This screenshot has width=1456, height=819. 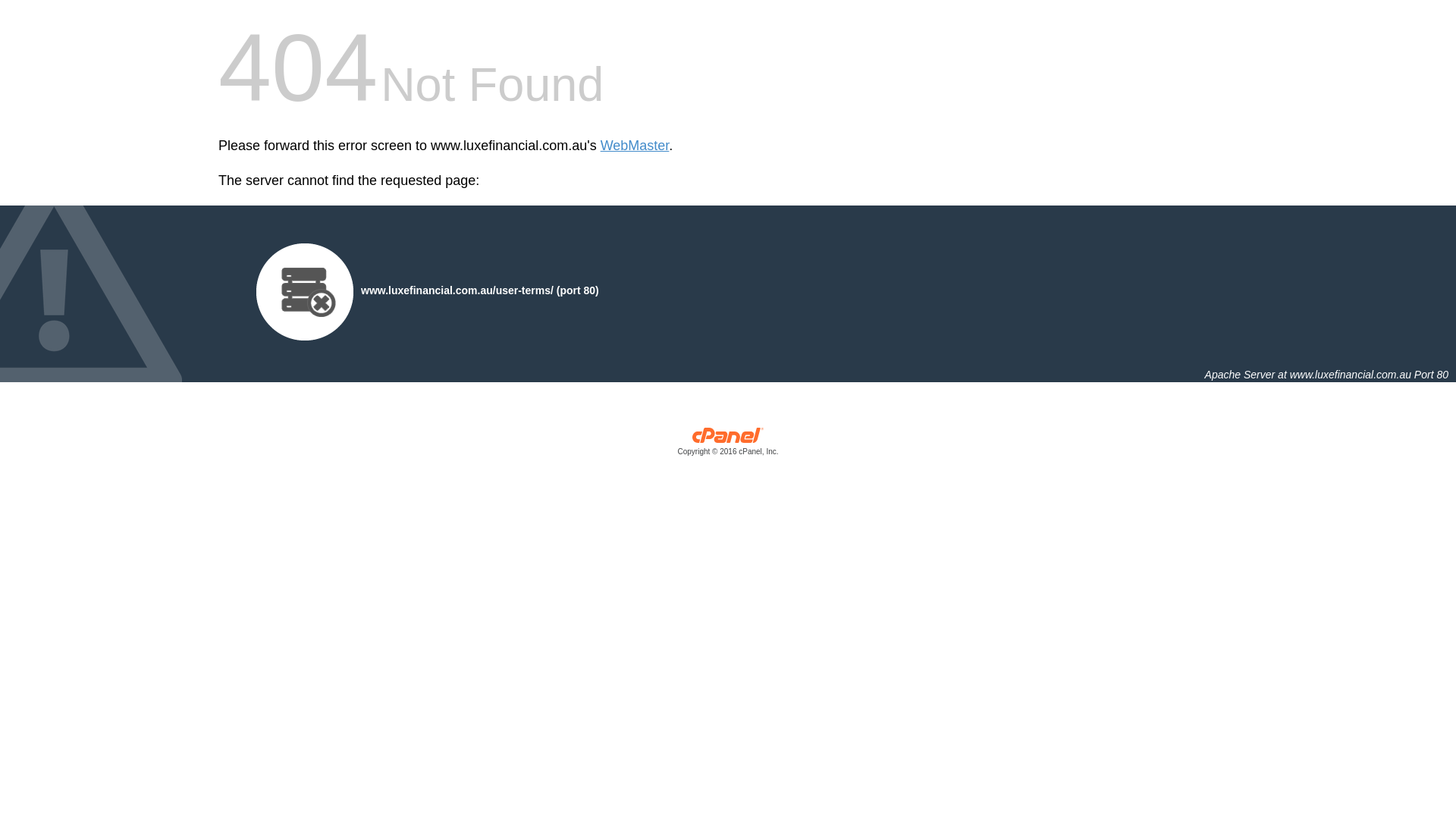 I want to click on 'WebMaster', so click(x=635, y=146).